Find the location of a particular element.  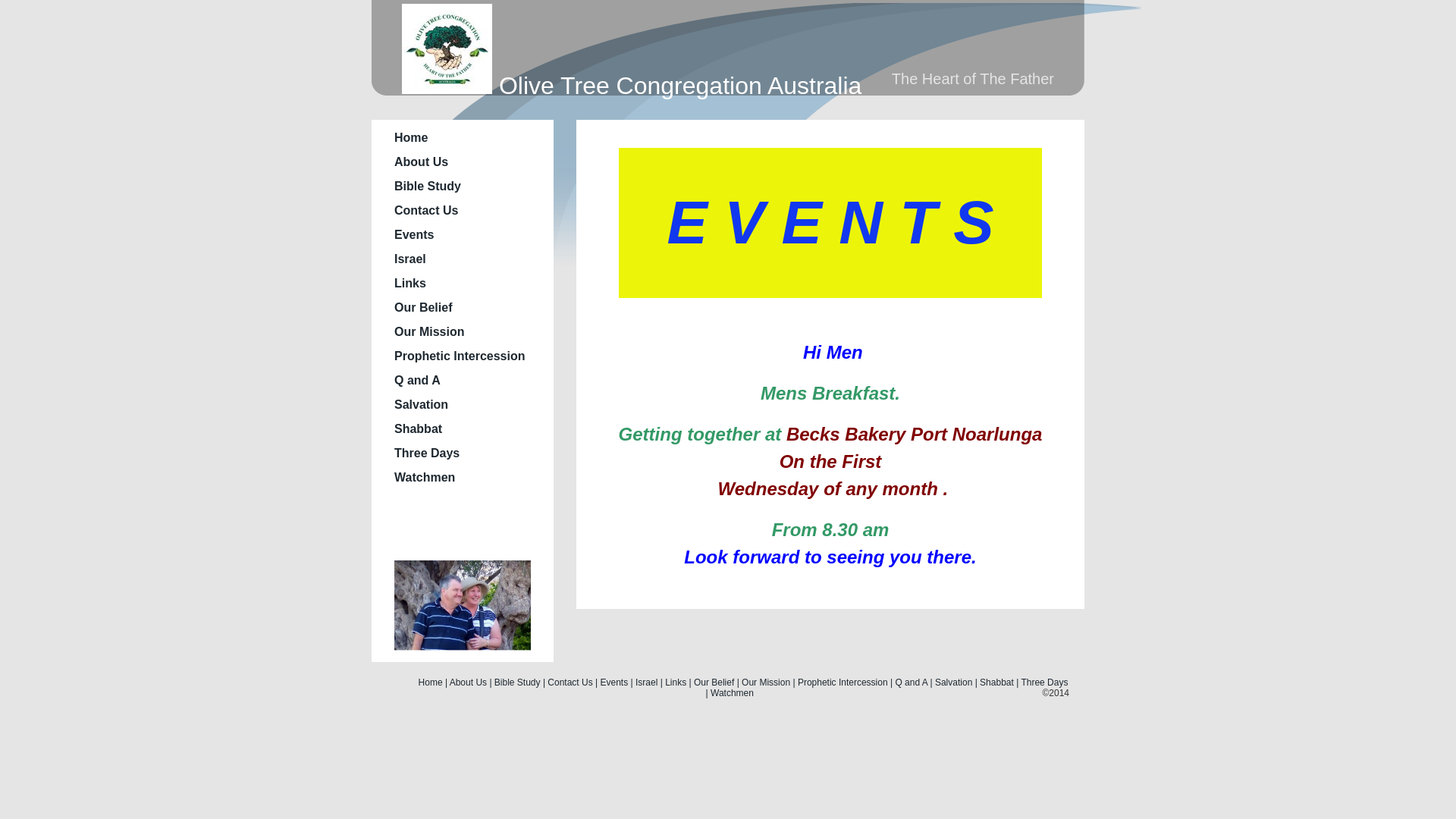

'Our Mission' is located at coordinates (428, 331).